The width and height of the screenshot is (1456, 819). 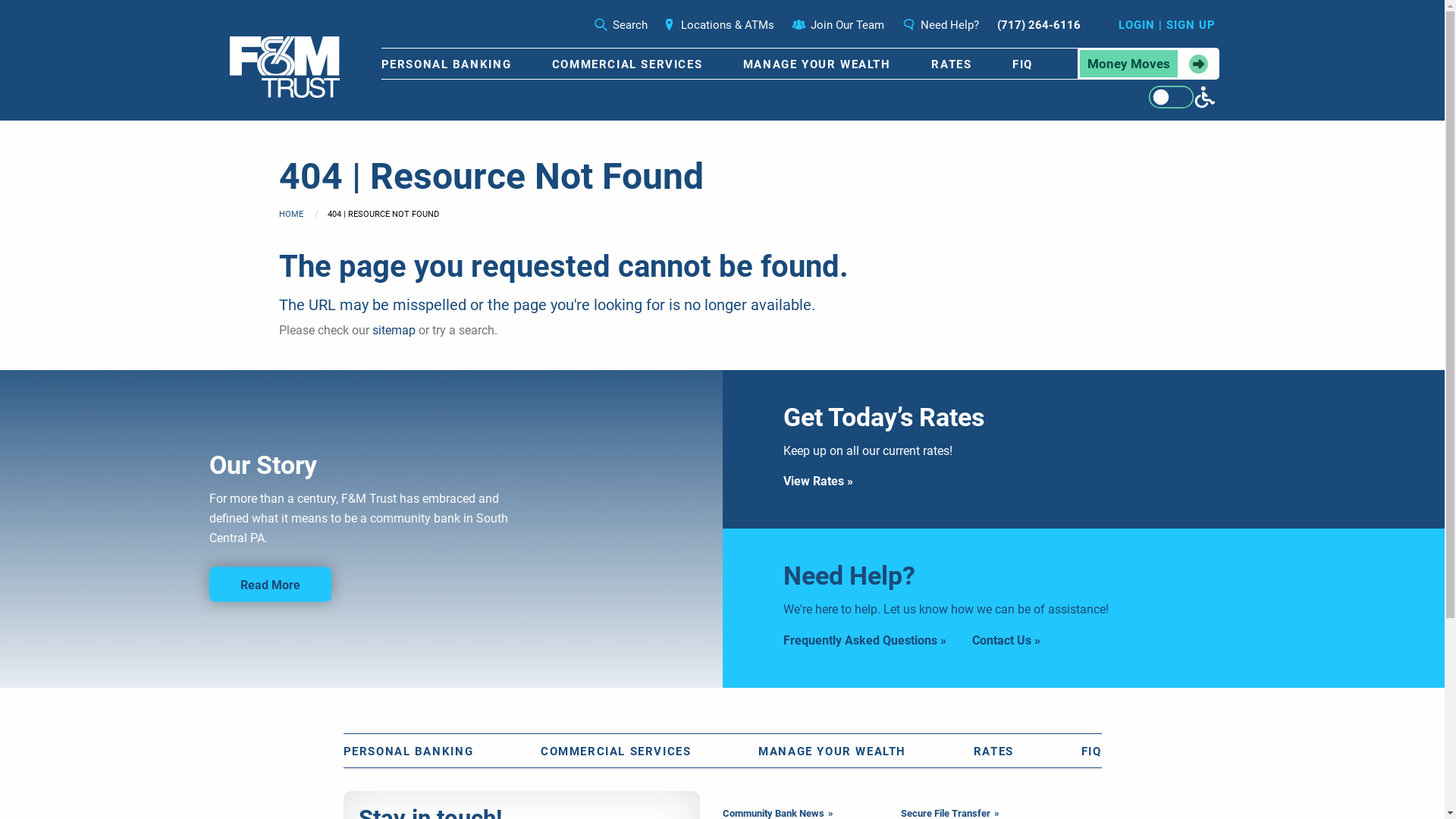 What do you see at coordinates (950, 63) in the screenshot?
I see `'RATES'` at bounding box center [950, 63].